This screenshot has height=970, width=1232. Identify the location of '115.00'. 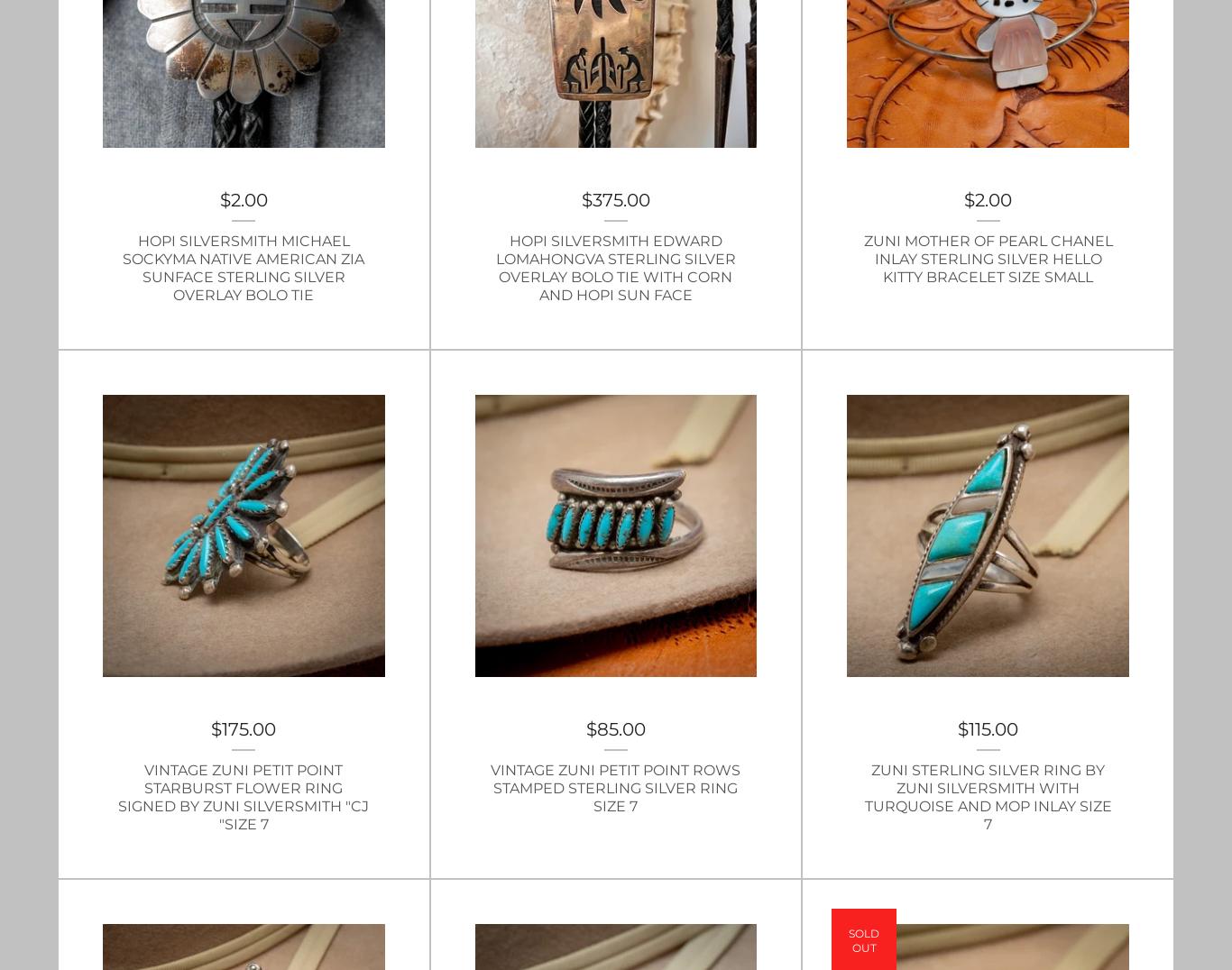
(992, 727).